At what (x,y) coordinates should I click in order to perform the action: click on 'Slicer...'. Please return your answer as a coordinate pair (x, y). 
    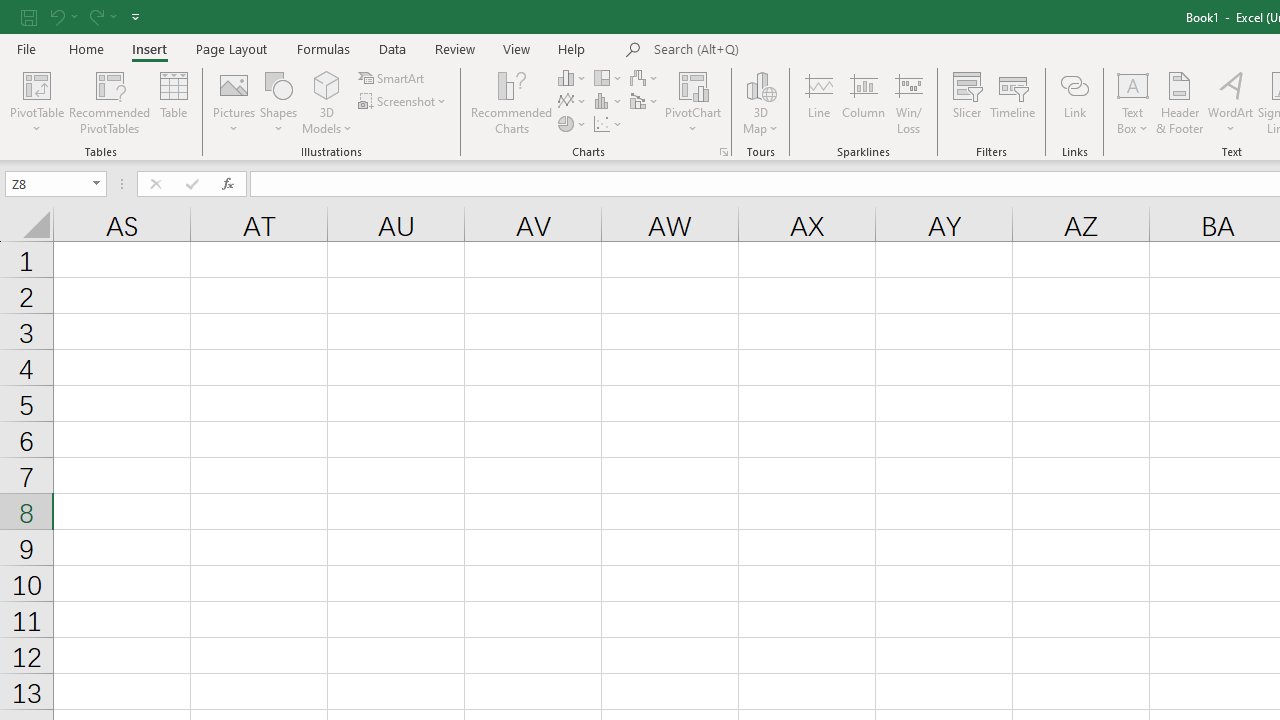
    Looking at the image, I should click on (967, 103).